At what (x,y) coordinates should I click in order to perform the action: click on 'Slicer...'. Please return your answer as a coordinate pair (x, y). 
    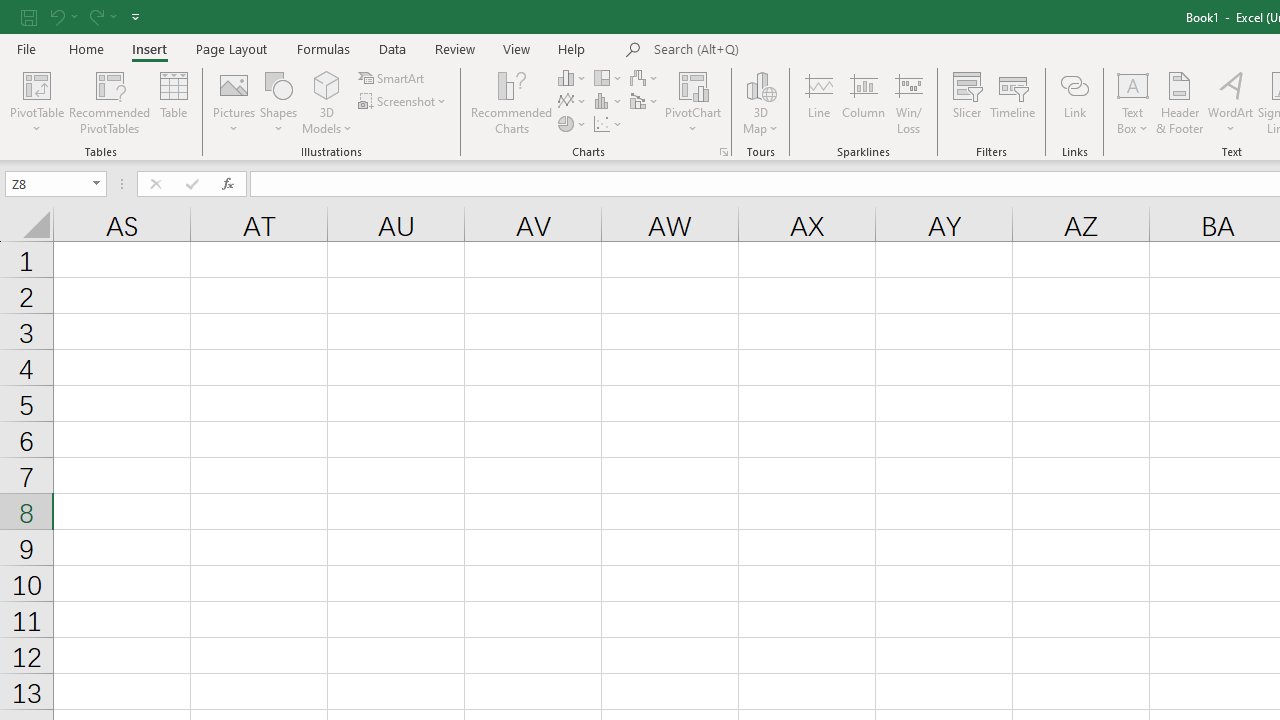
    Looking at the image, I should click on (967, 103).